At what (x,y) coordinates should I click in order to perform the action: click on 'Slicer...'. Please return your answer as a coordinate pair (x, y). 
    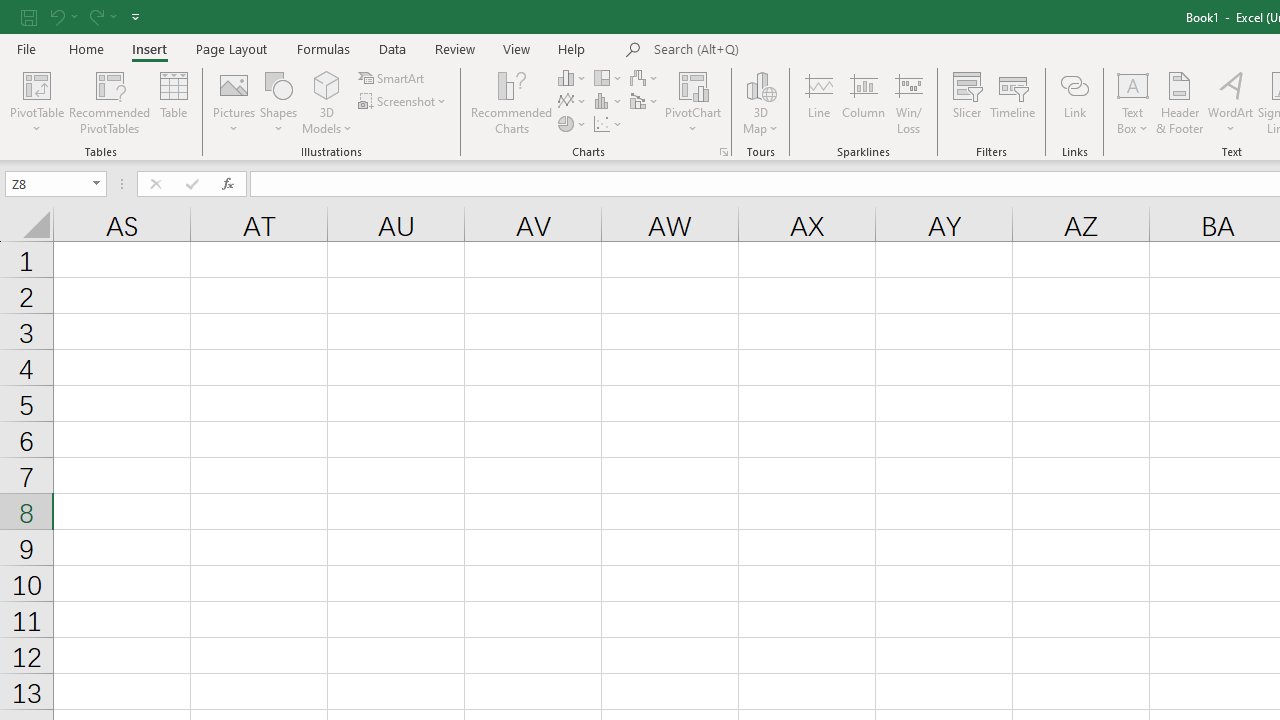
    Looking at the image, I should click on (967, 103).